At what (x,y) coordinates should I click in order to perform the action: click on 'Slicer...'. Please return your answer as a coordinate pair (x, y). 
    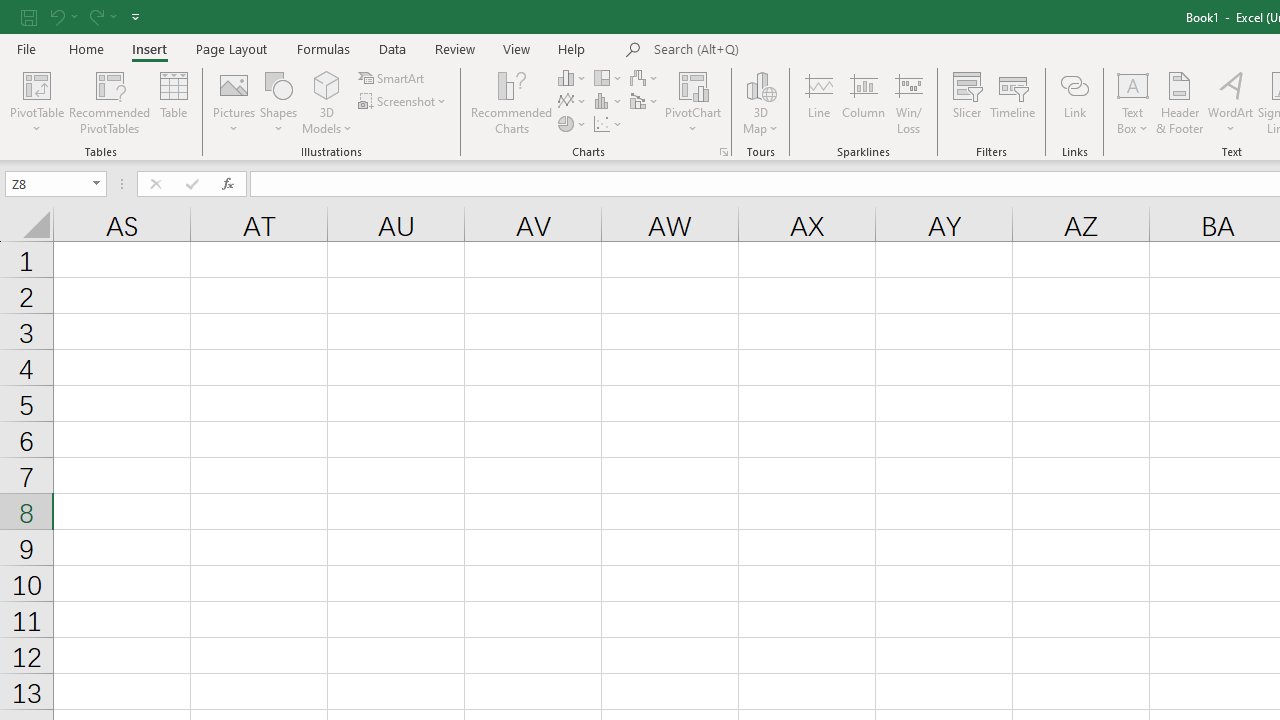
    Looking at the image, I should click on (967, 103).